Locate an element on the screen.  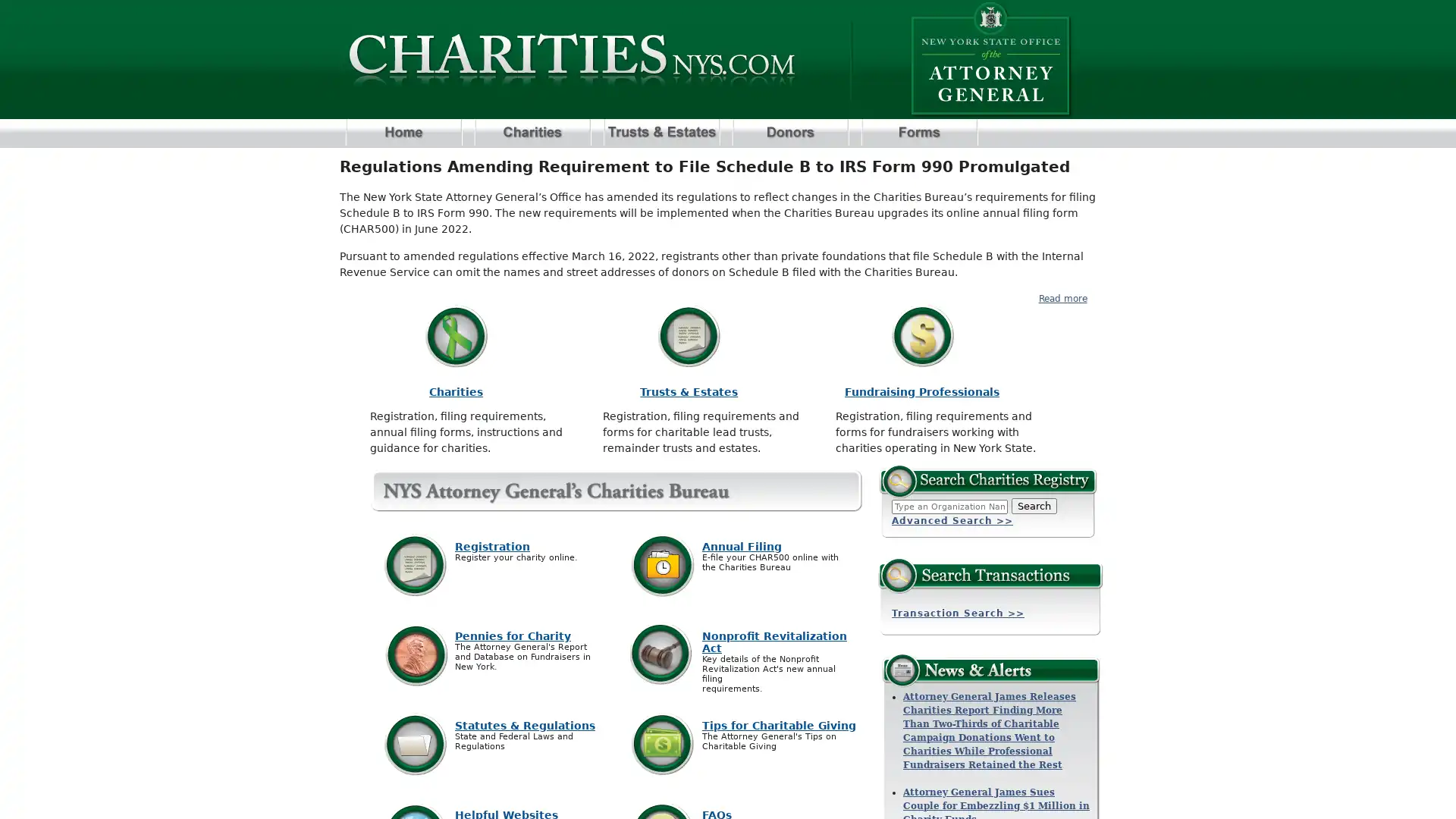
Submit is located at coordinates (1033, 506).